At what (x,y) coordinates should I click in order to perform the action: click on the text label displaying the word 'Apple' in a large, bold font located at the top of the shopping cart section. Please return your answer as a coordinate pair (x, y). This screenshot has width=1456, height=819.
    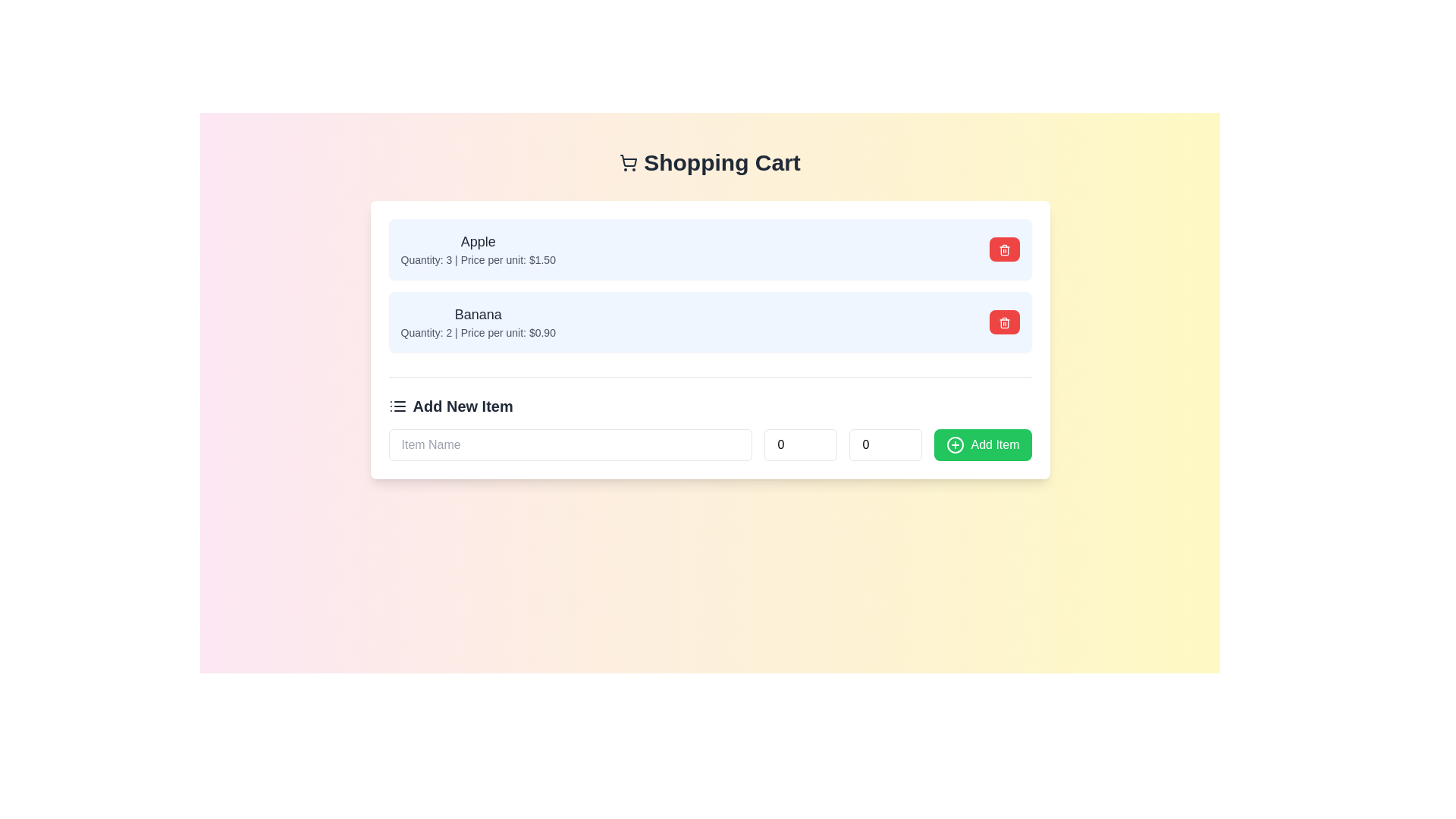
    Looking at the image, I should click on (477, 241).